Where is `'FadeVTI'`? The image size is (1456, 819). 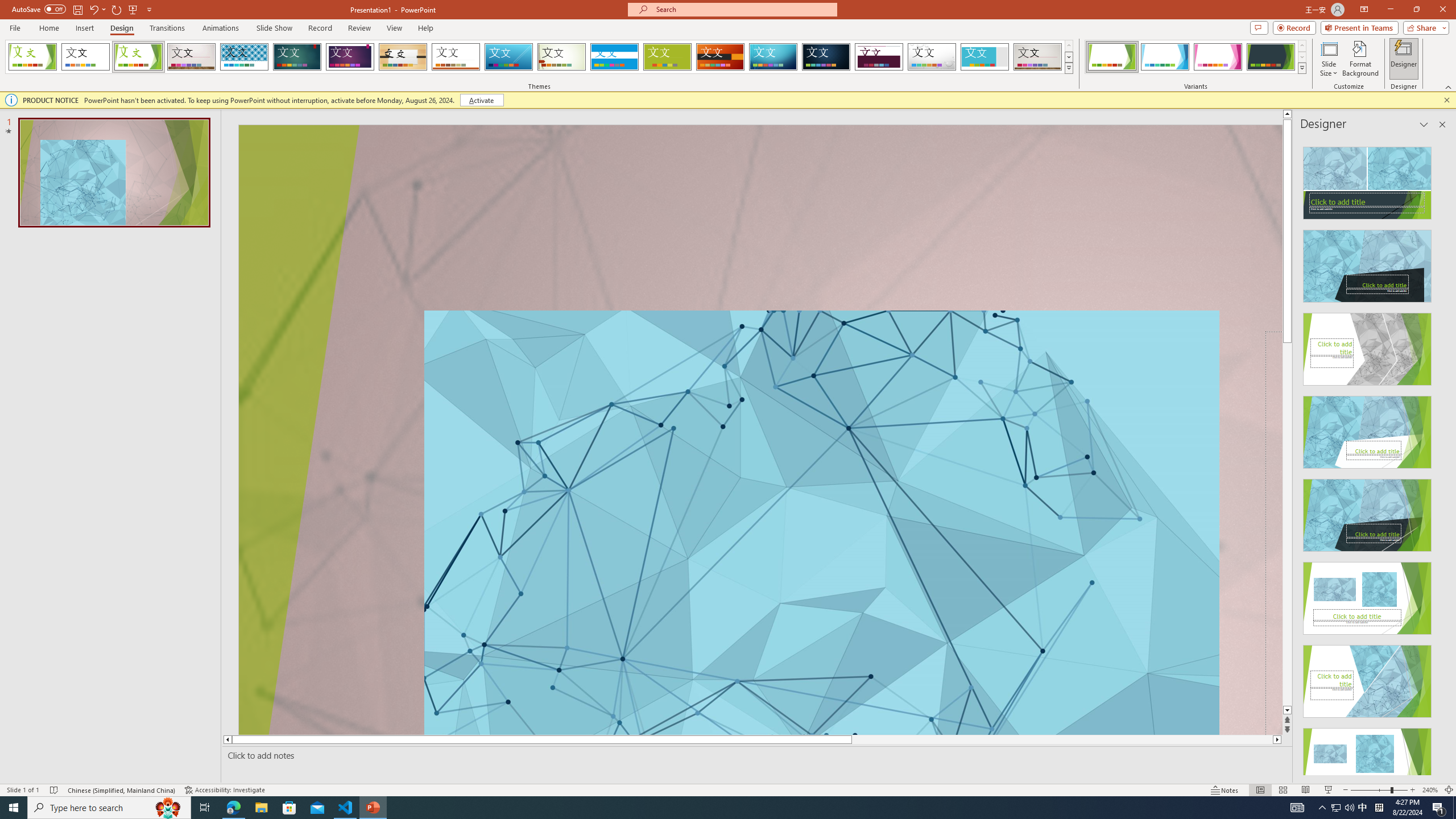 'FadeVTI' is located at coordinates (32, 56).